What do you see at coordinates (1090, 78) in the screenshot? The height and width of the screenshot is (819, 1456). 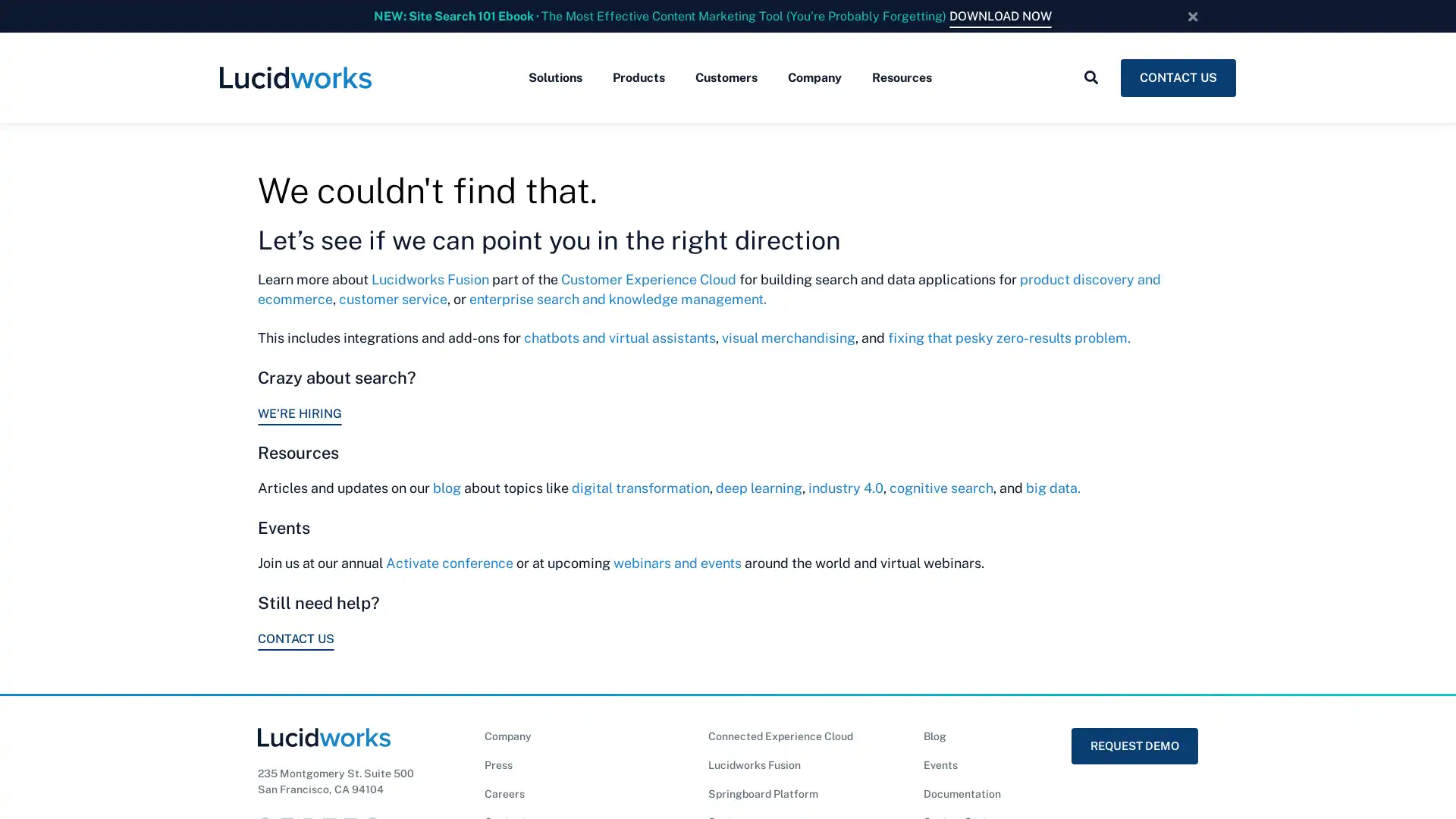 I see `TOGGLE DROPDOWN` at bounding box center [1090, 78].